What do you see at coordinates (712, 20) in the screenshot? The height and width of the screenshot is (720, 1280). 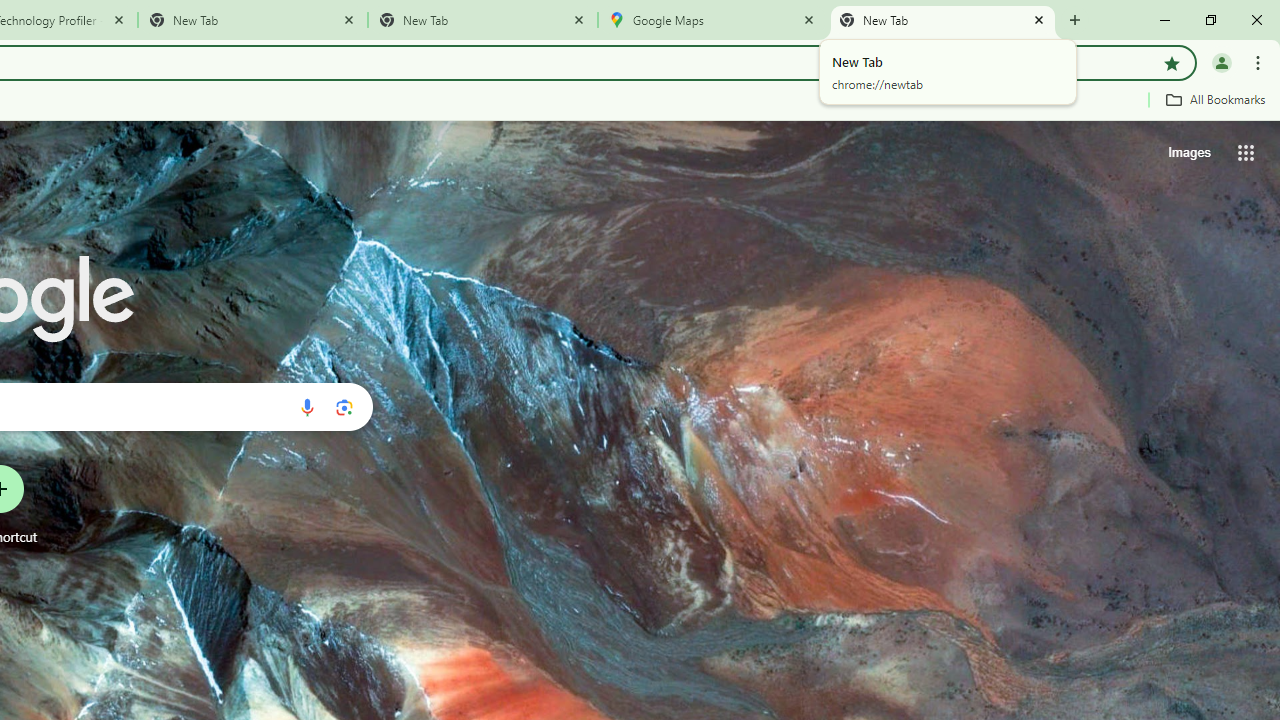 I see `'Google Maps'` at bounding box center [712, 20].